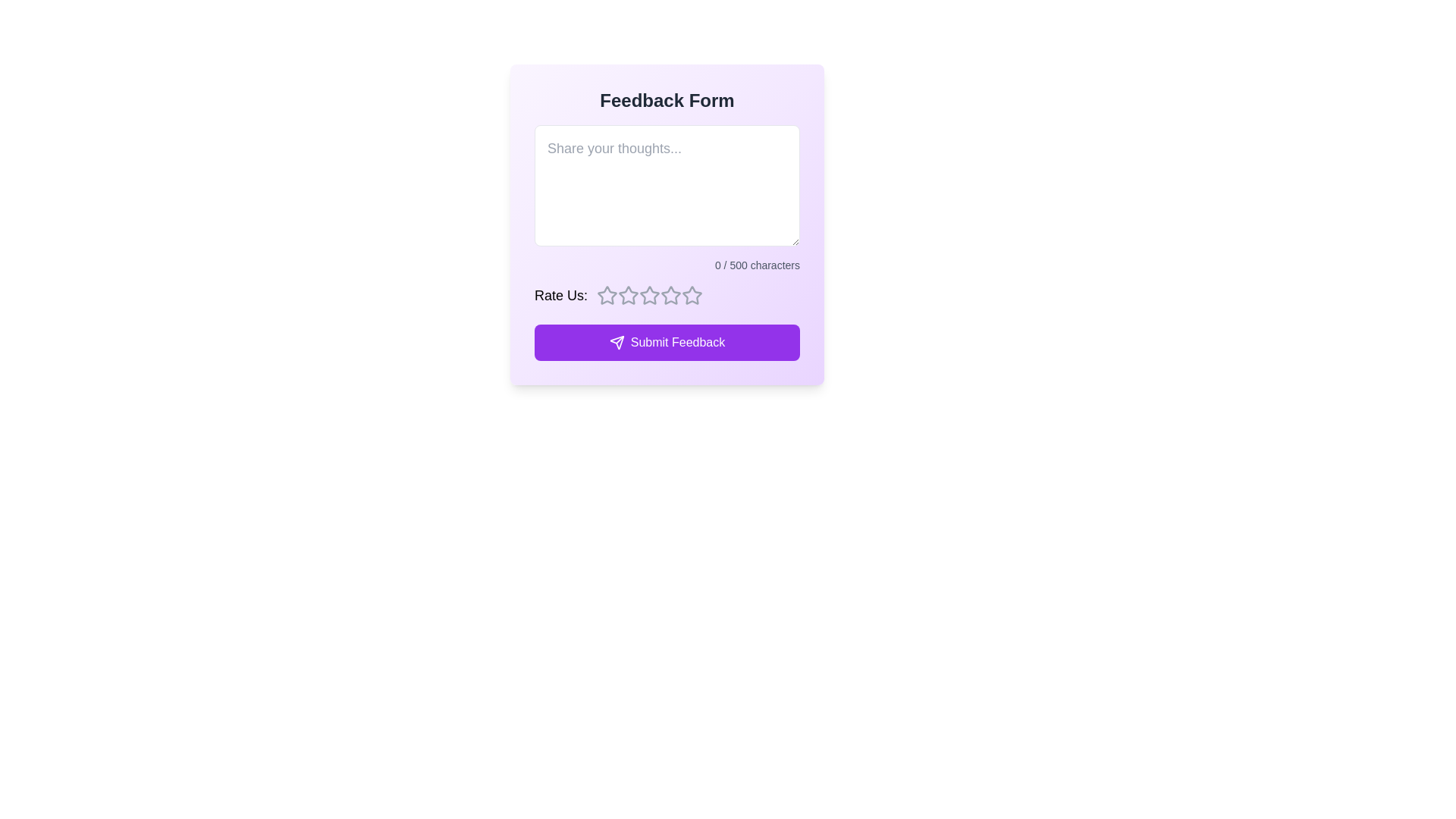 The width and height of the screenshot is (1456, 819). I want to click on the 'Feedback Form' text heading, which is prominently displayed at the top center of the form interface with a large, bold font on a light purple background, so click(667, 100).